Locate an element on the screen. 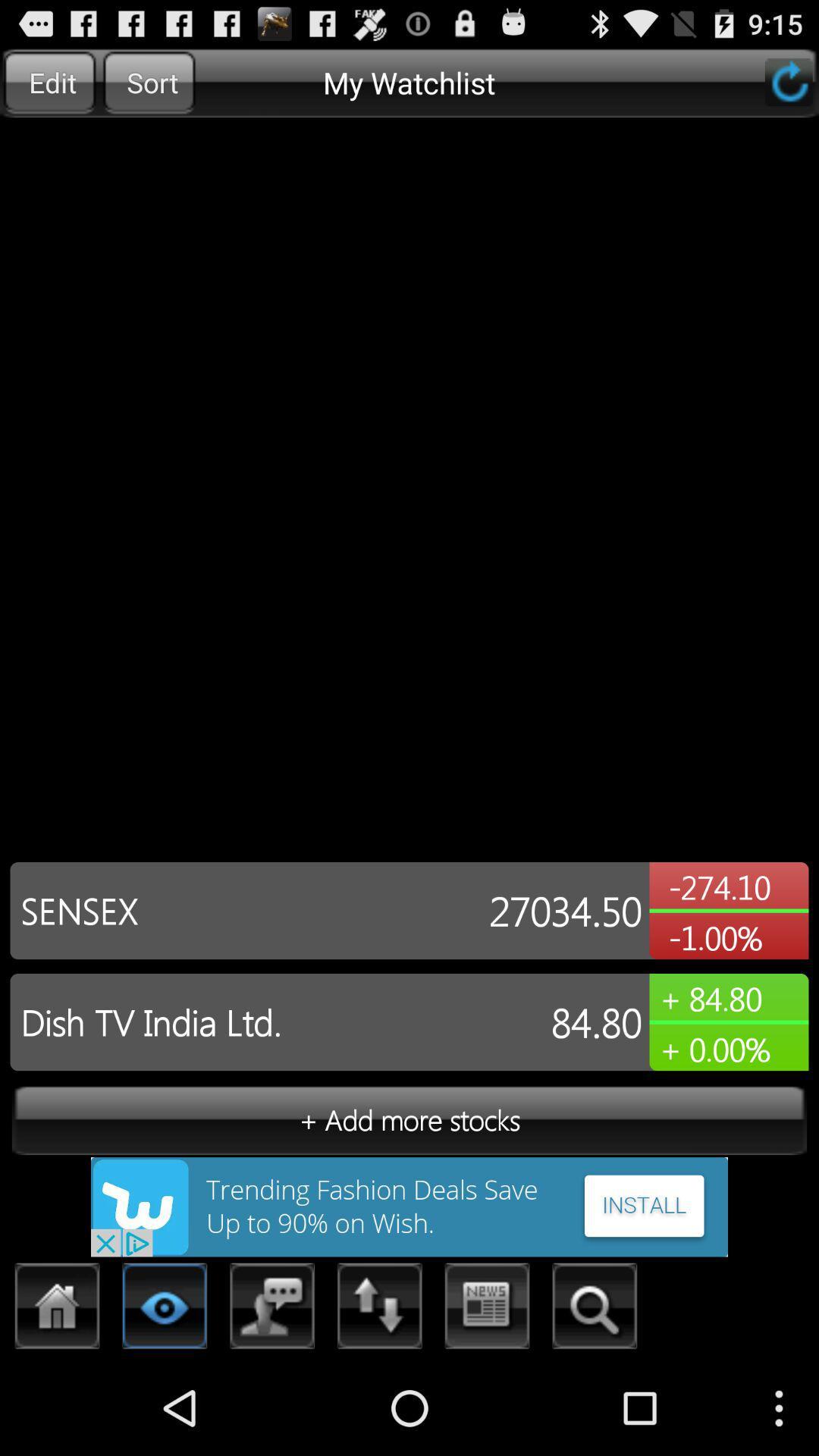 The height and width of the screenshot is (1456, 819). search is located at coordinates (594, 1310).